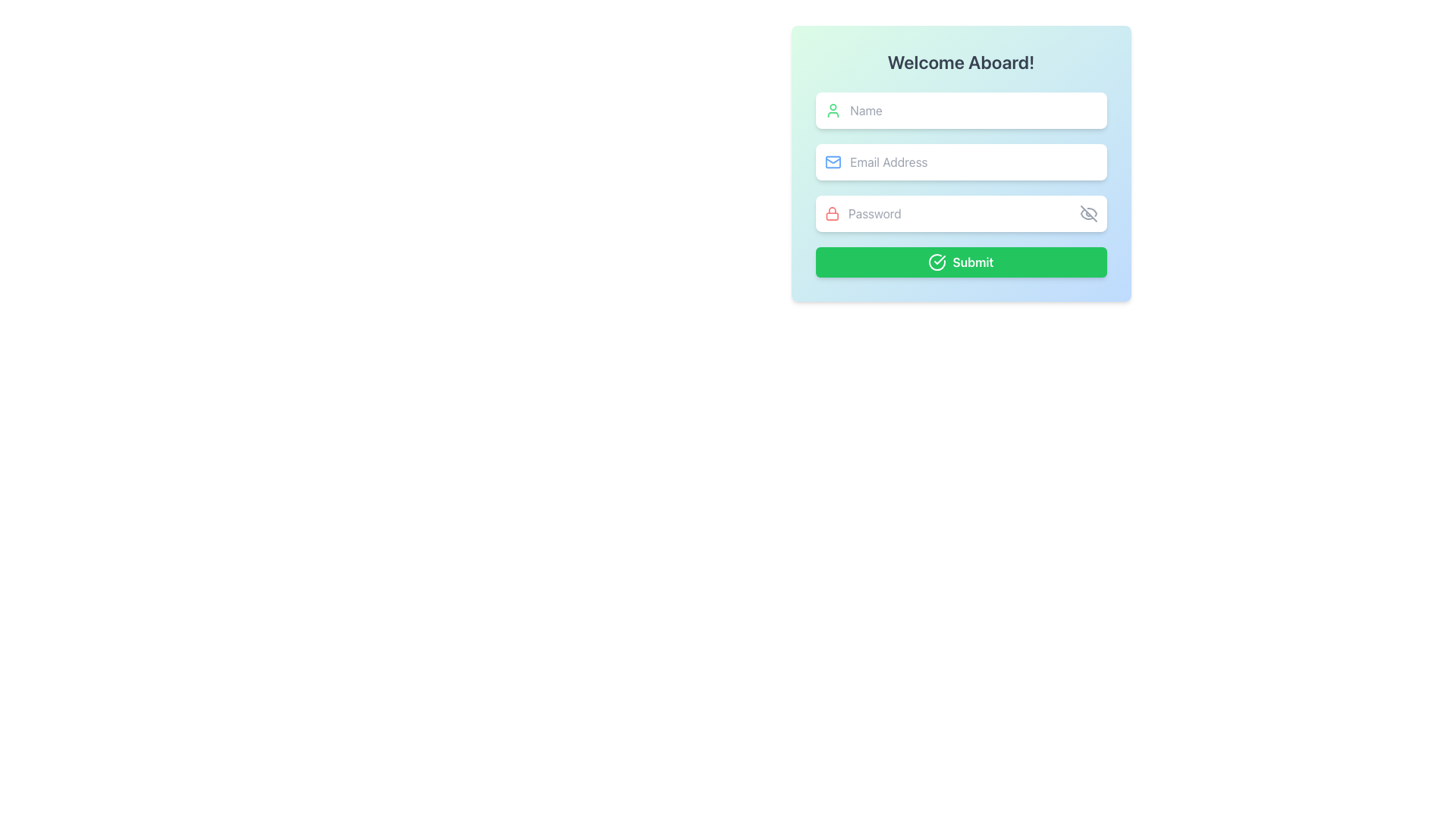  What do you see at coordinates (831, 216) in the screenshot?
I see `the rectangle representing the lock mechanism within the password field, which is the third input field under the 'Welcome Aboard!' banner` at bounding box center [831, 216].